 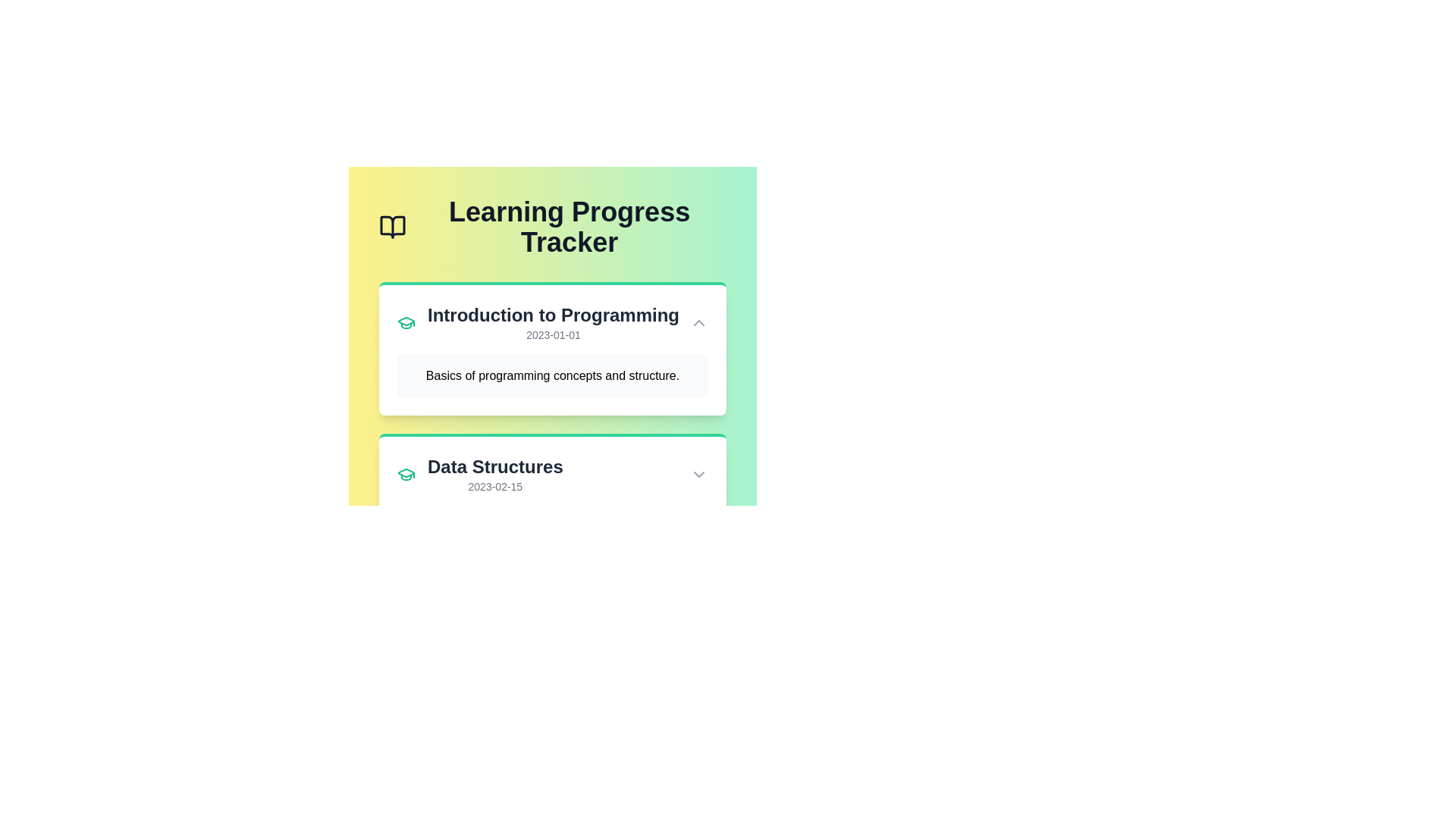 What do you see at coordinates (552, 315) in the screenshot?
I see `the Heading or Label element in the 'Learning Progress Tracker' section, which serves as a header for a specific learning module or topic` at bounding box center [552, 315].